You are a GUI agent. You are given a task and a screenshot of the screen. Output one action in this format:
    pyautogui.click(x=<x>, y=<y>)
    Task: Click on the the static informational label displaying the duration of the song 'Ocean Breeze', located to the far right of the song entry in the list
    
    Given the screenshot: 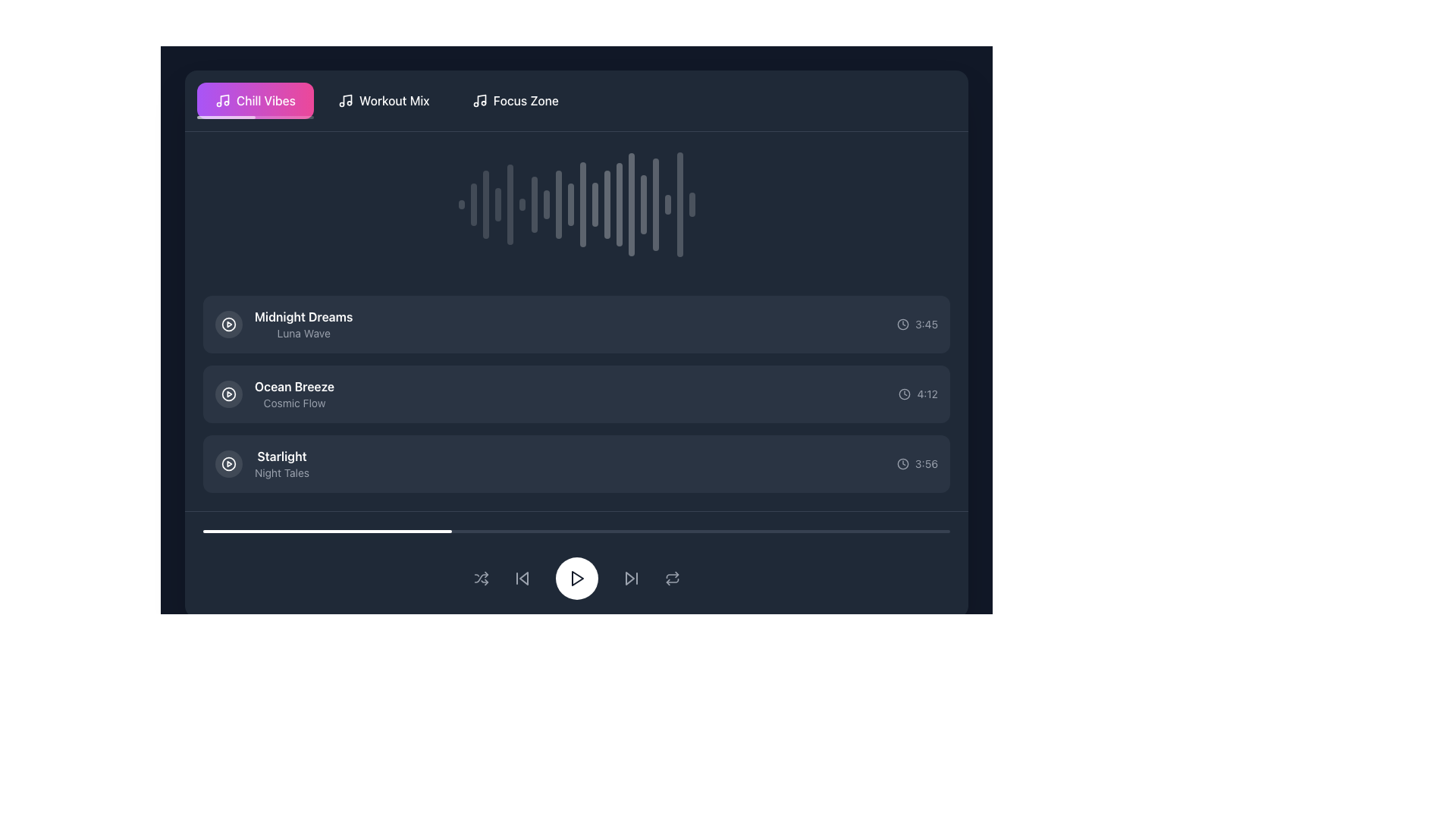 What is the action you would take?
    pyautogui.click(x=918, y=394)
    